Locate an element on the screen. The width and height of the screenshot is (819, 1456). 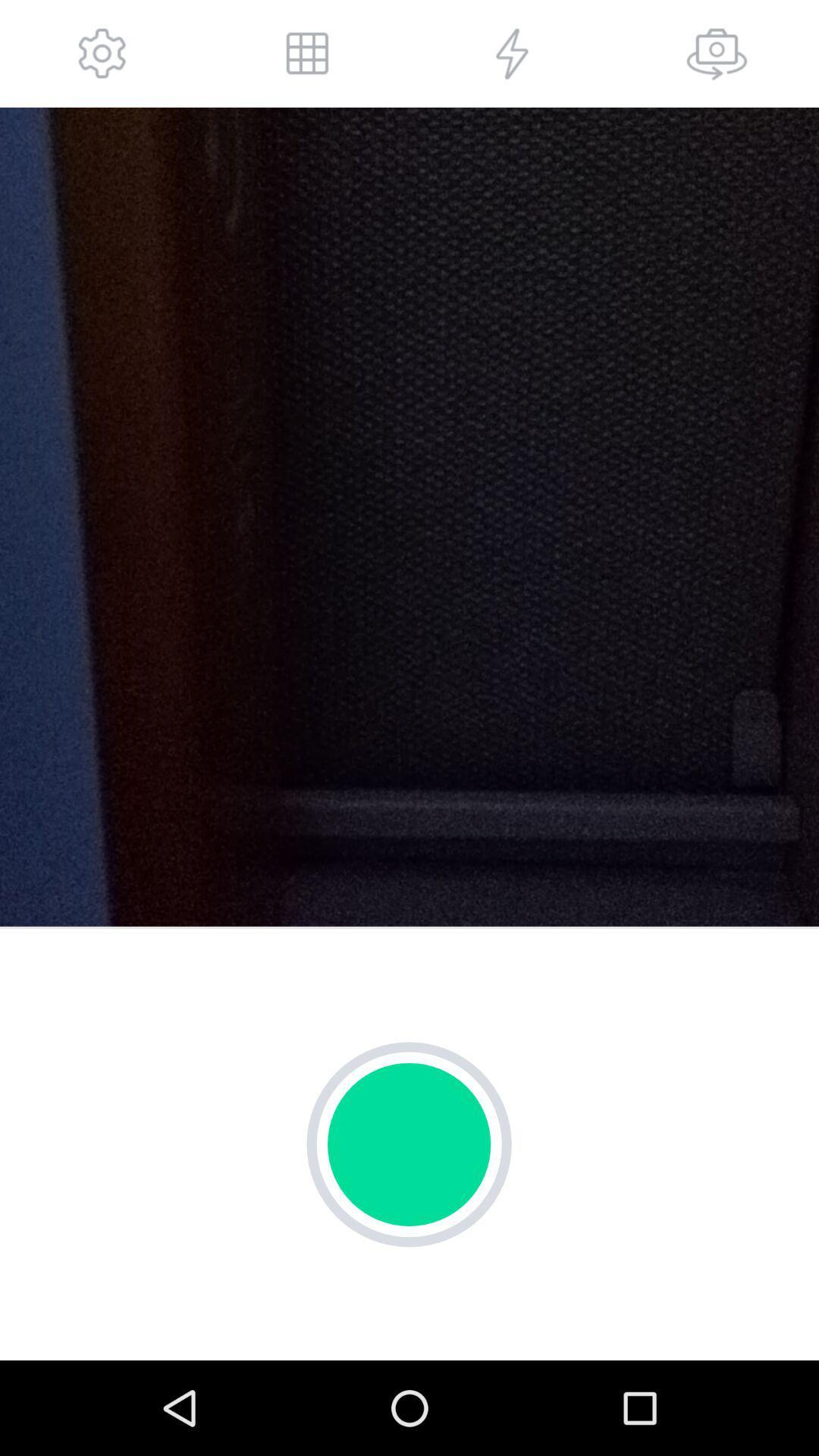
take picture is located at coordinates (717, 53).